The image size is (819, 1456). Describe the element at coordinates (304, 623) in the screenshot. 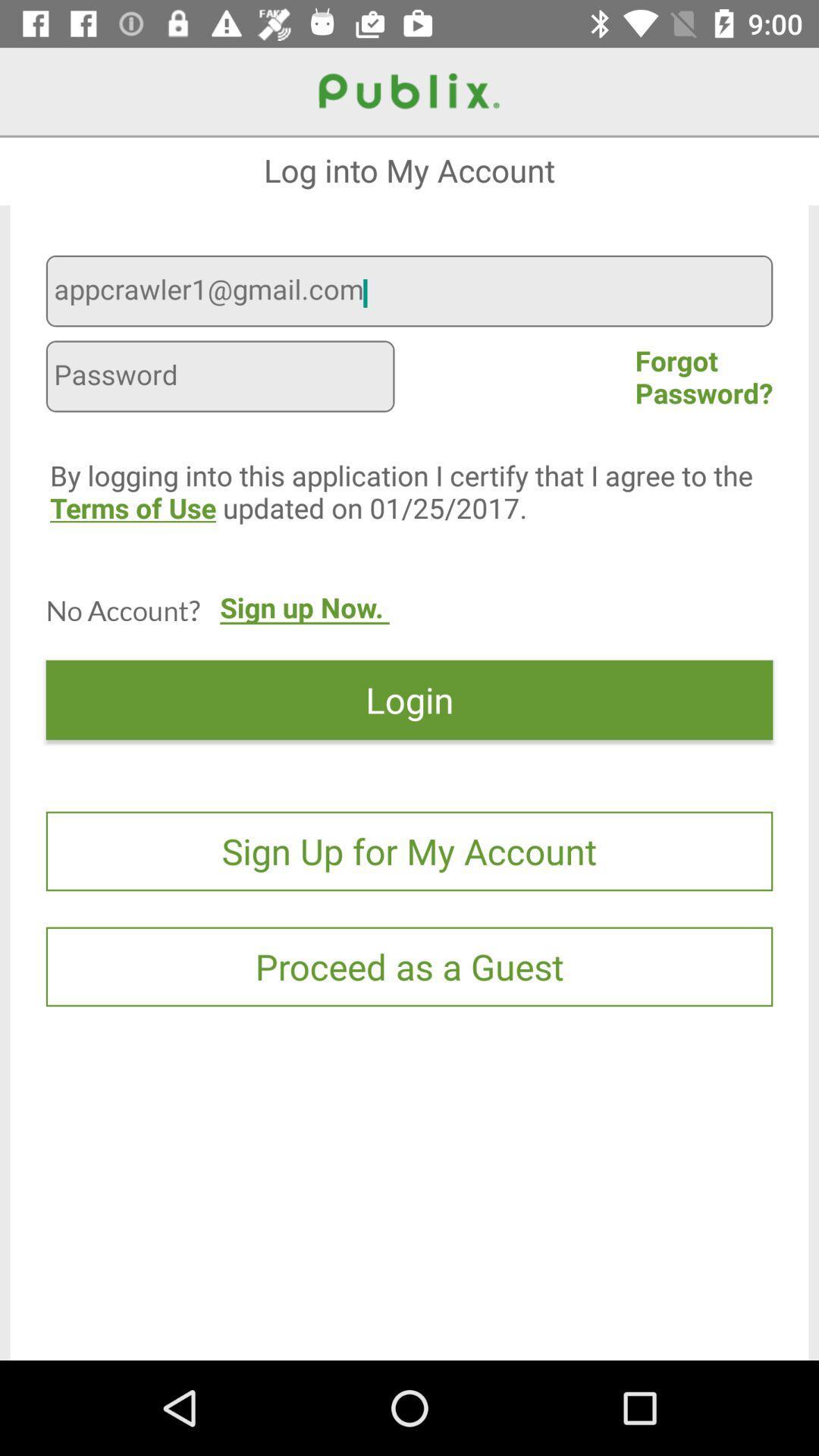

I see `the icon to the right of no account? icon` at that location.